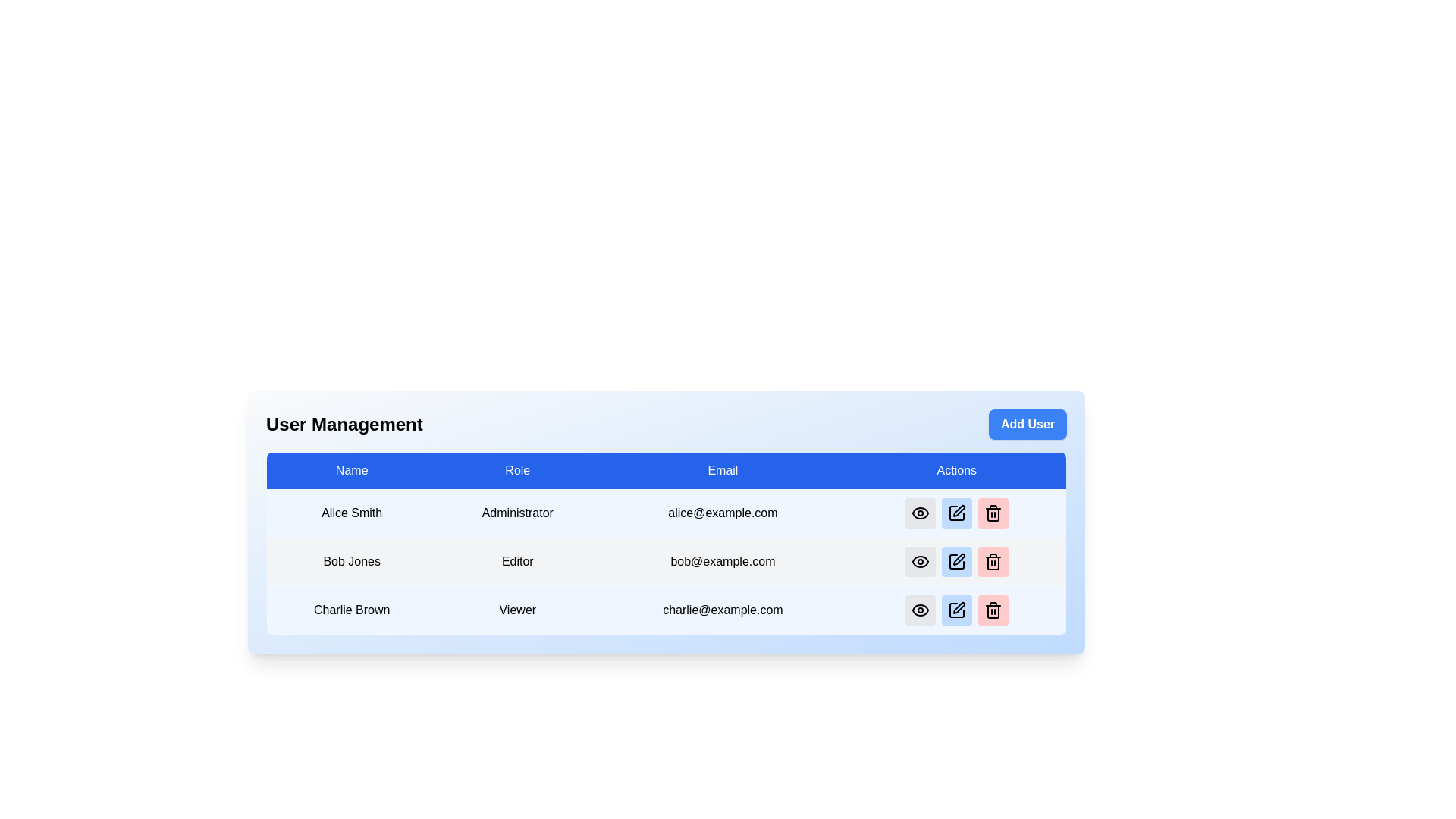 The width and height of the screenshot is (1456, 819). What do you see at coordinates (350, 469) in the screenshot?
I see `the header text label indicating user names, which is the first item in the horizontal row of column headers` at bounding box center [350, 469].